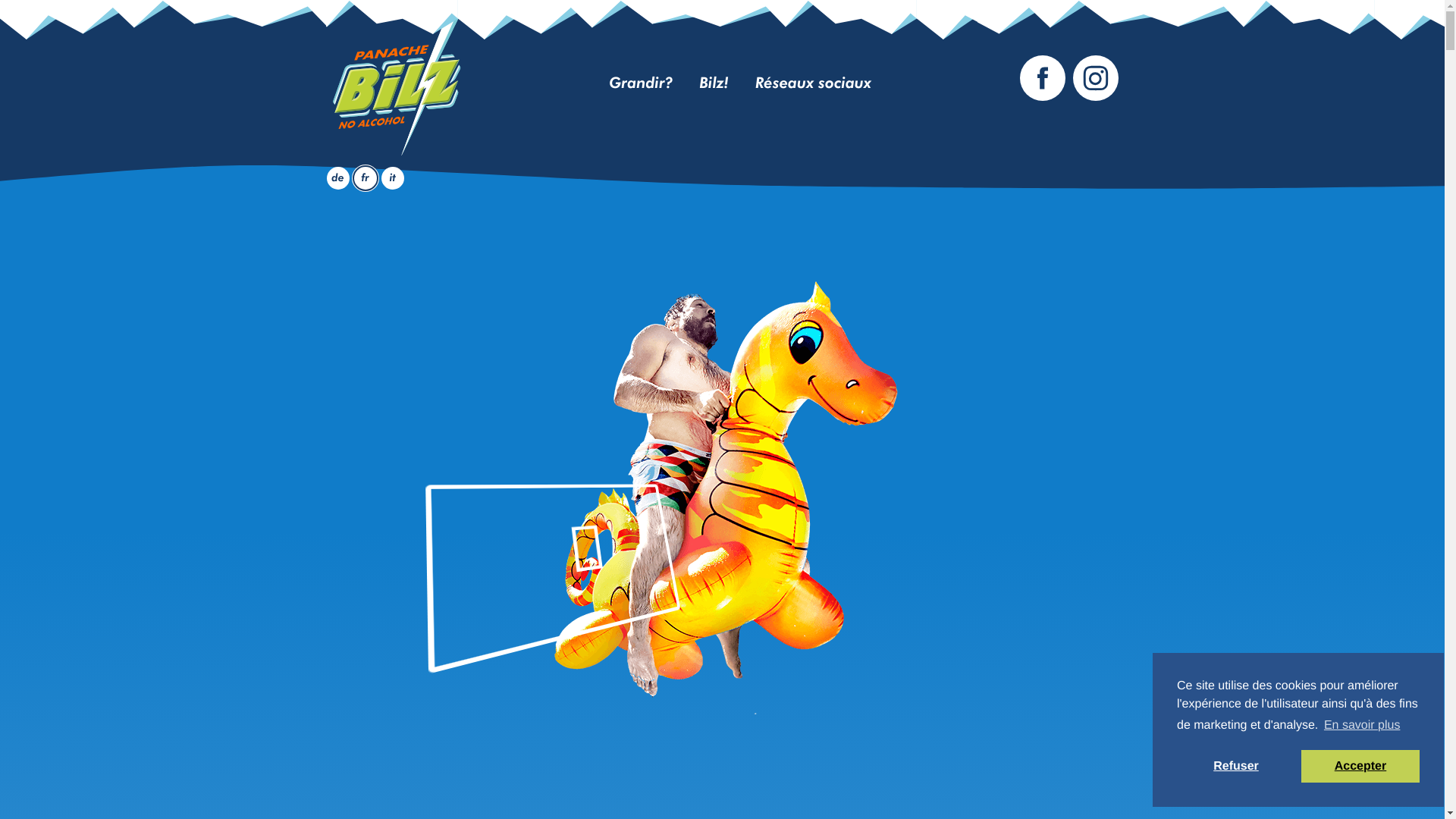  Describe the element at coordinates (337, 177) in the screenshot. I see `'de'` at that location.